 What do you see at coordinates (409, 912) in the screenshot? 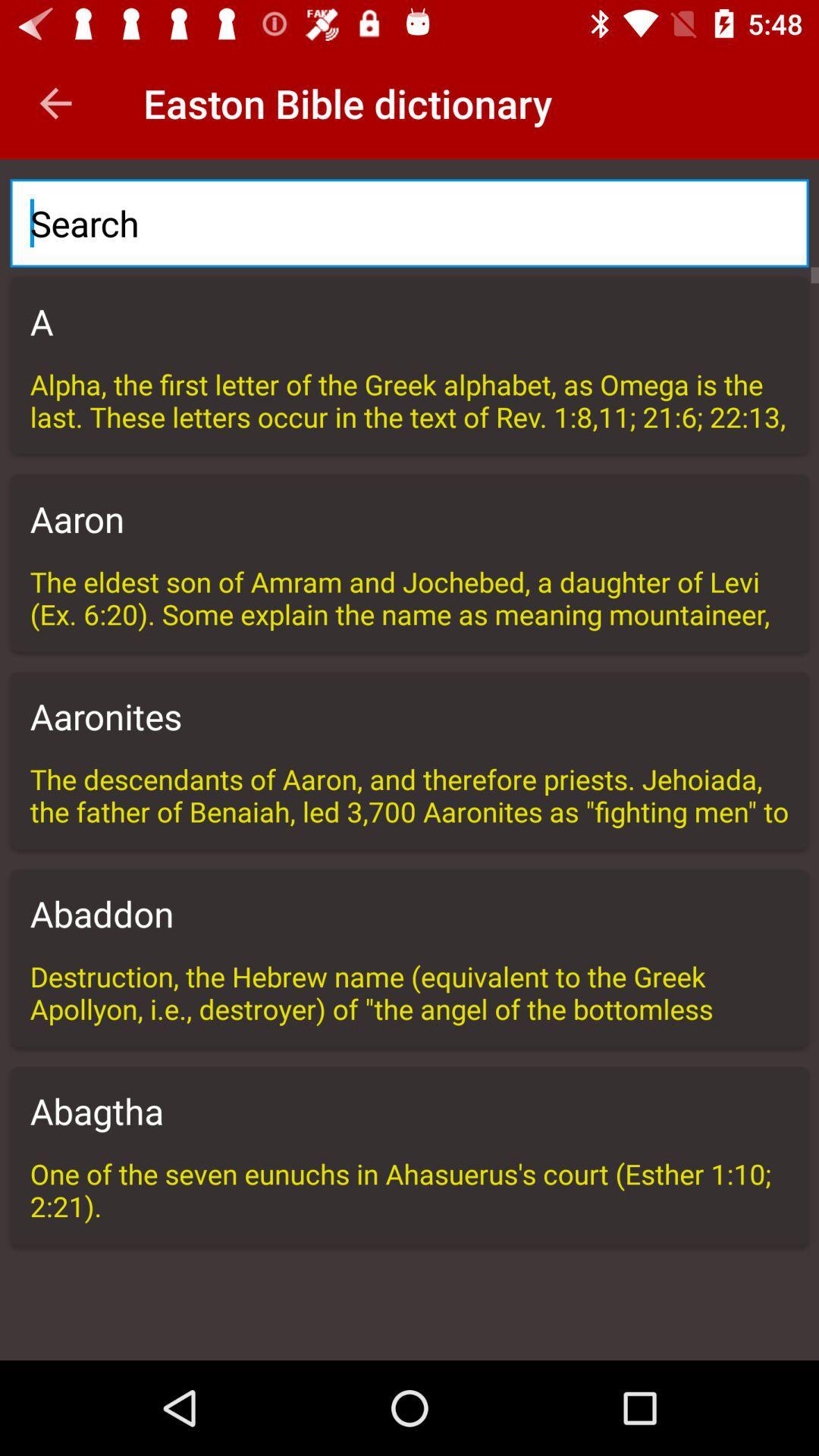
I see `the icon below the the descendants of` at bounding box center [409, 912].